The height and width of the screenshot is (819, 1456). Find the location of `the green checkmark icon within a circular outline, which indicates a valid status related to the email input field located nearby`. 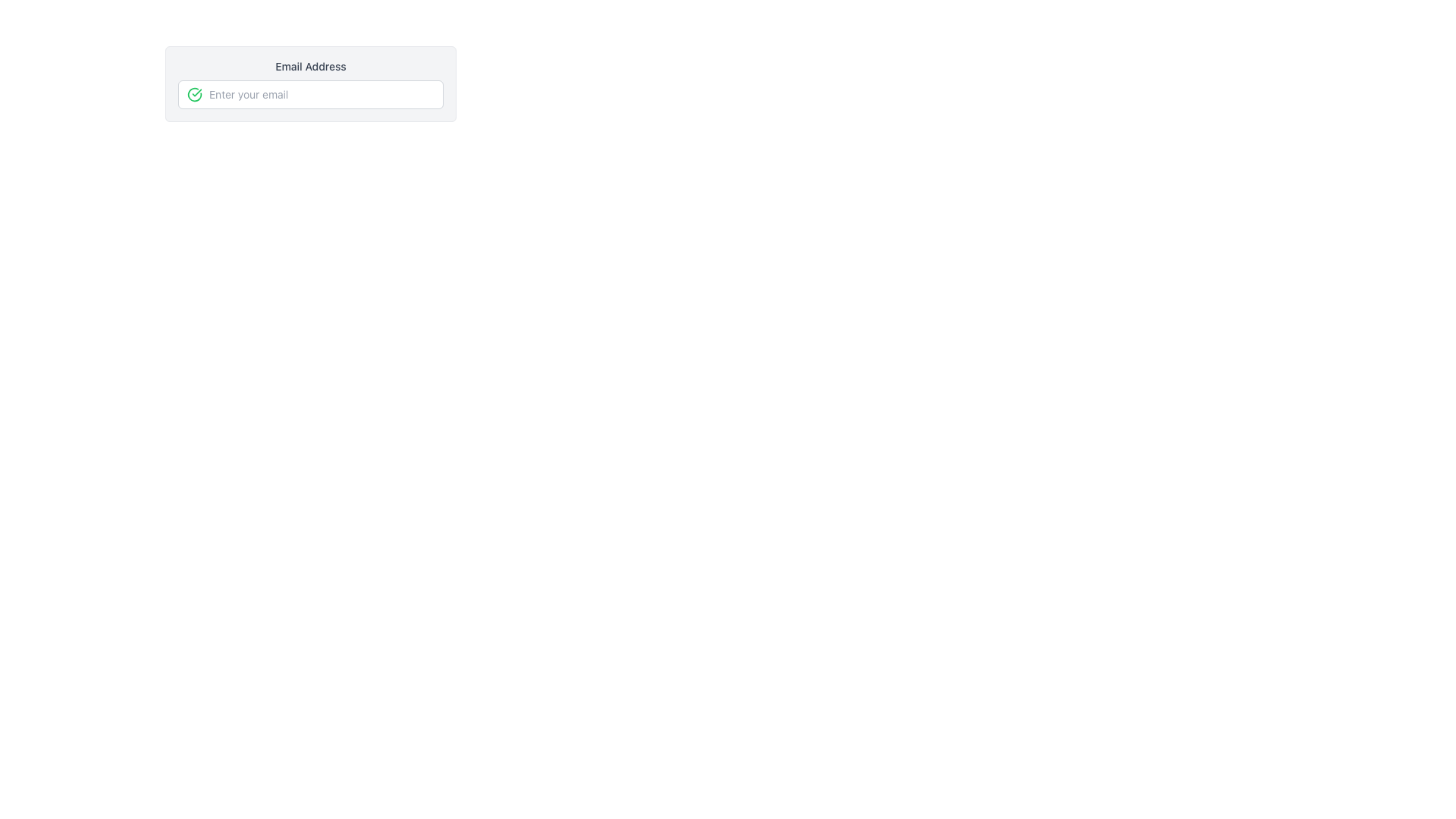

the green checkmark icon within a circular outline, which indicates a valid status related to the email input field located nearby is located at coordinates (194, 94).